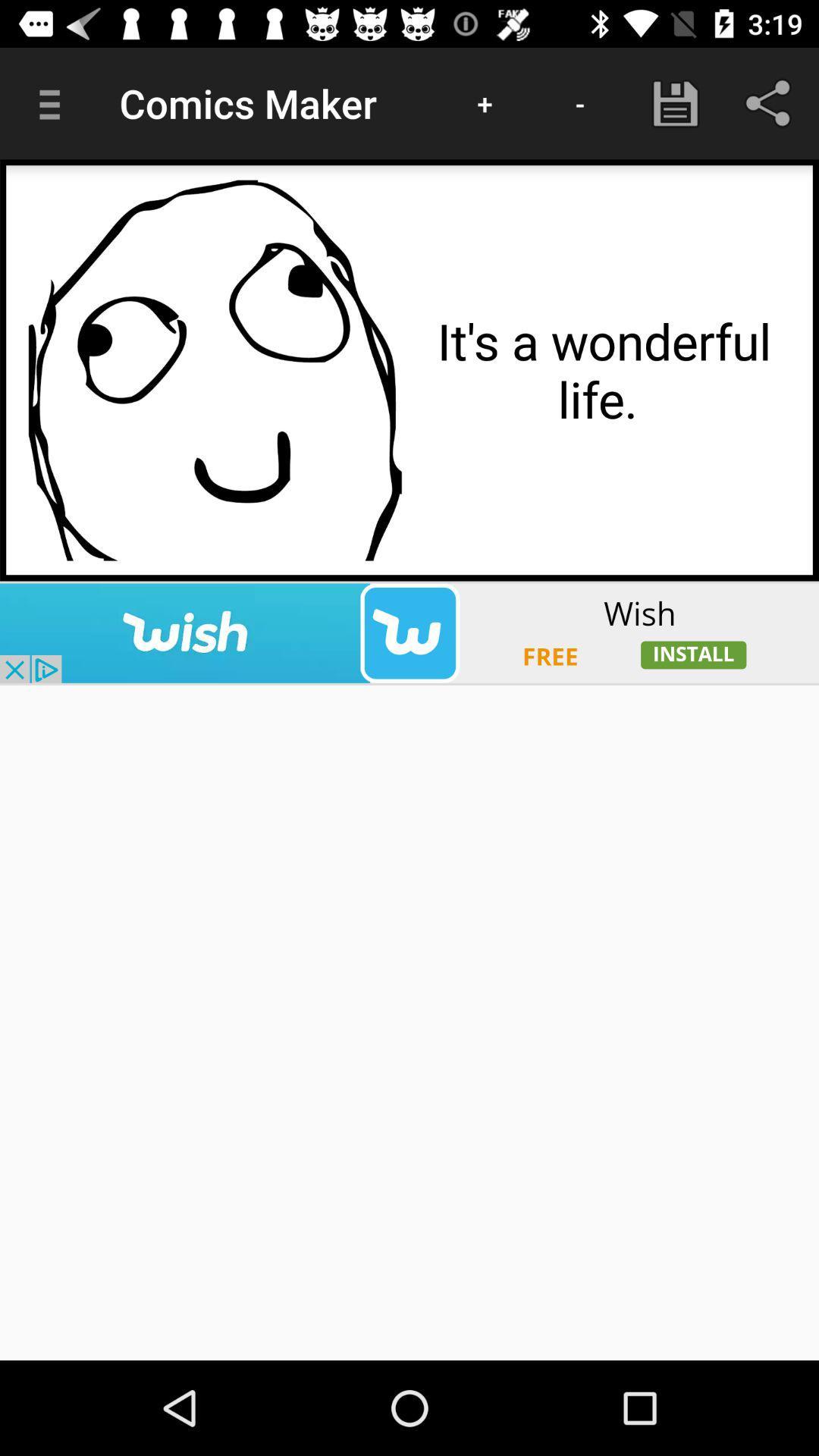 The width and height of the screenshot is (819, 1456). What do you see at coordinates (215, 370) in the screenshot?
I see `colour paga` at bounding box center [215, 370].